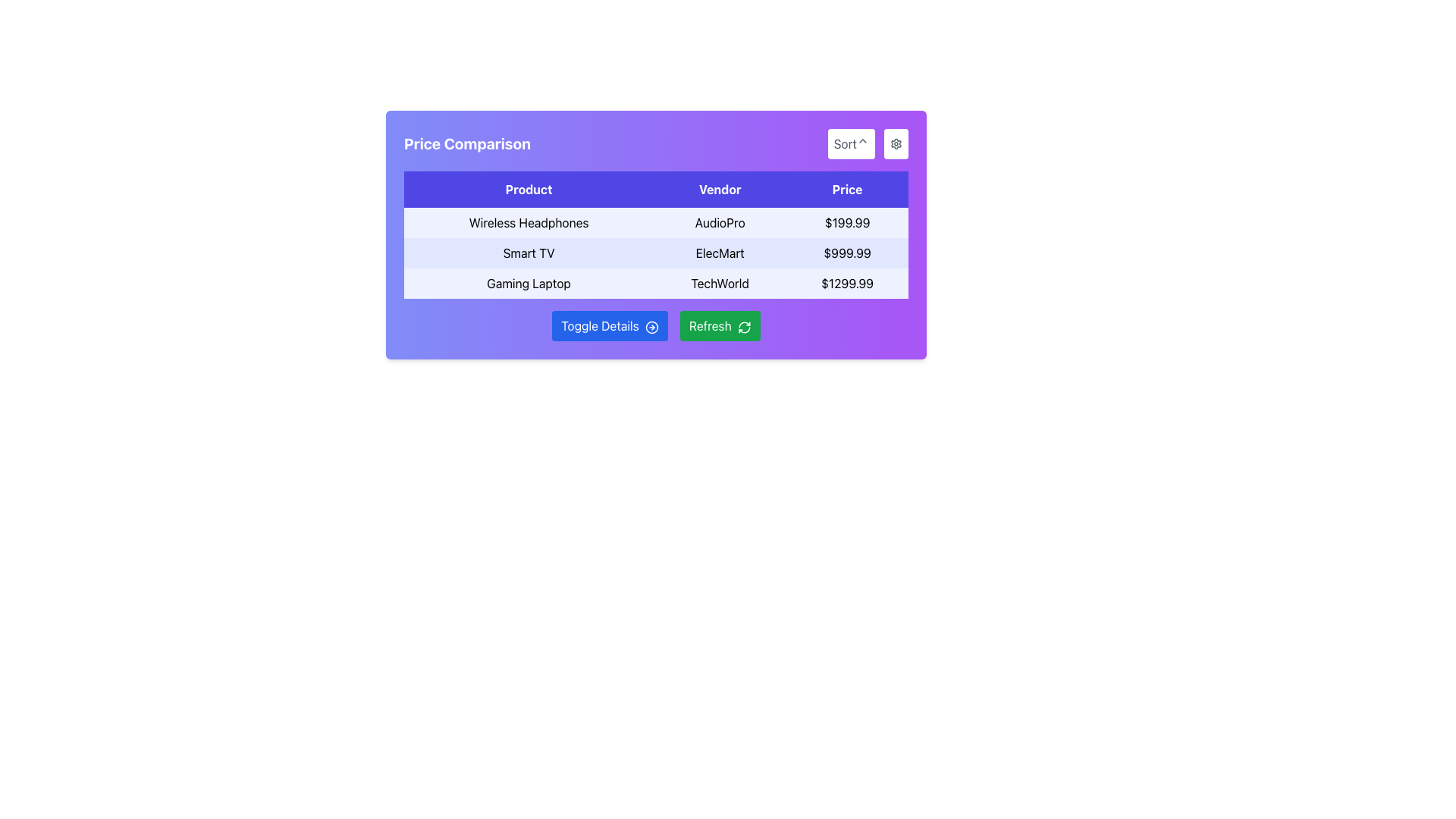  What do you see at coordinates (846, 222) in the screenshot?
I see `the text label displaying the price '$199.99' in bold style, located in the 'Price' column of the first row in the table, next to 'Wireless Headphones' and 'AudioPro'` at bounding box center [846, 222].